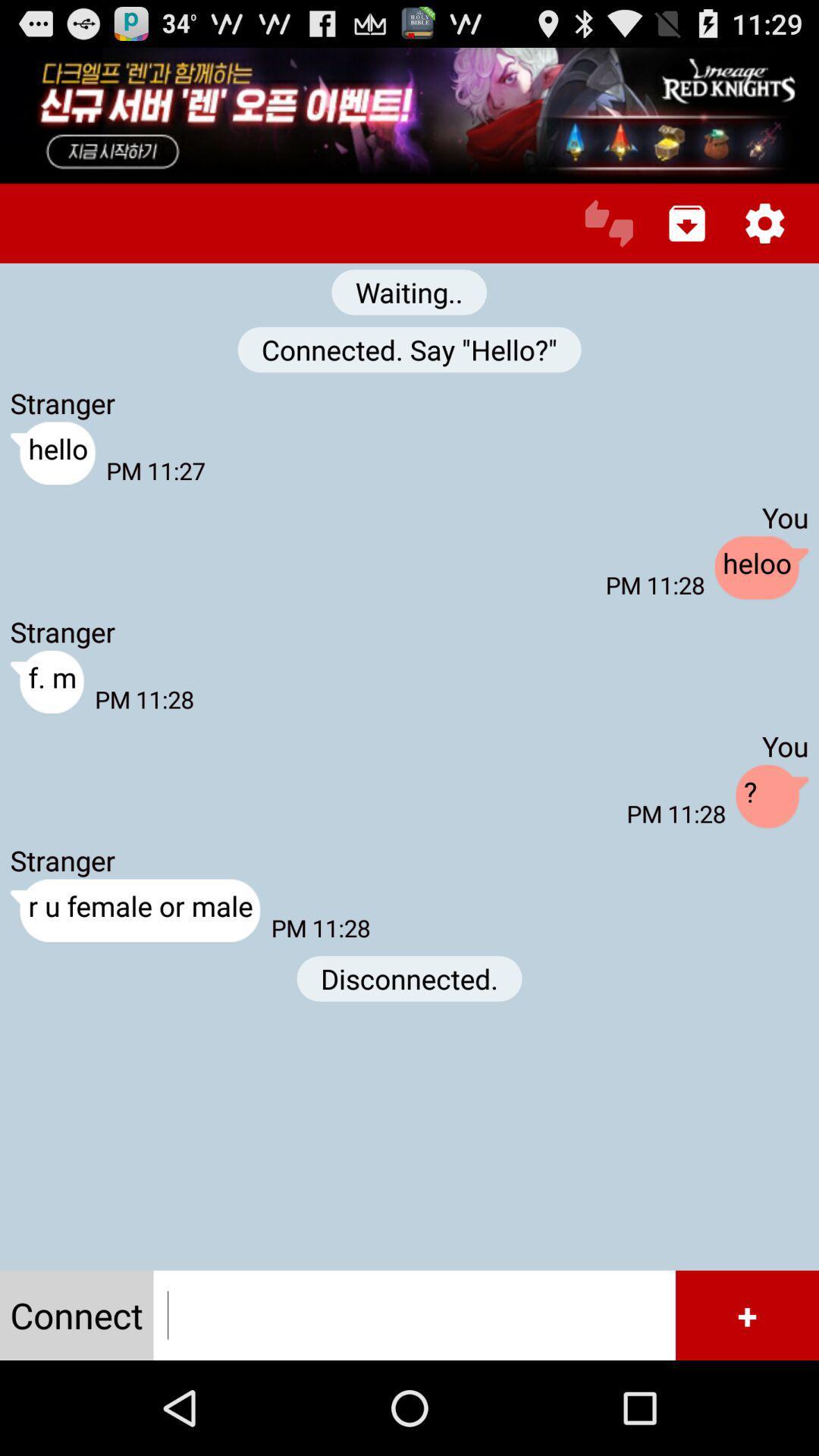 This screenshot has width=819, height=1456. What do you see at coordinates (608, 222) in the screenshot?
I see `the item above connected. say "hello?" app` at bounding box center [608, 222].